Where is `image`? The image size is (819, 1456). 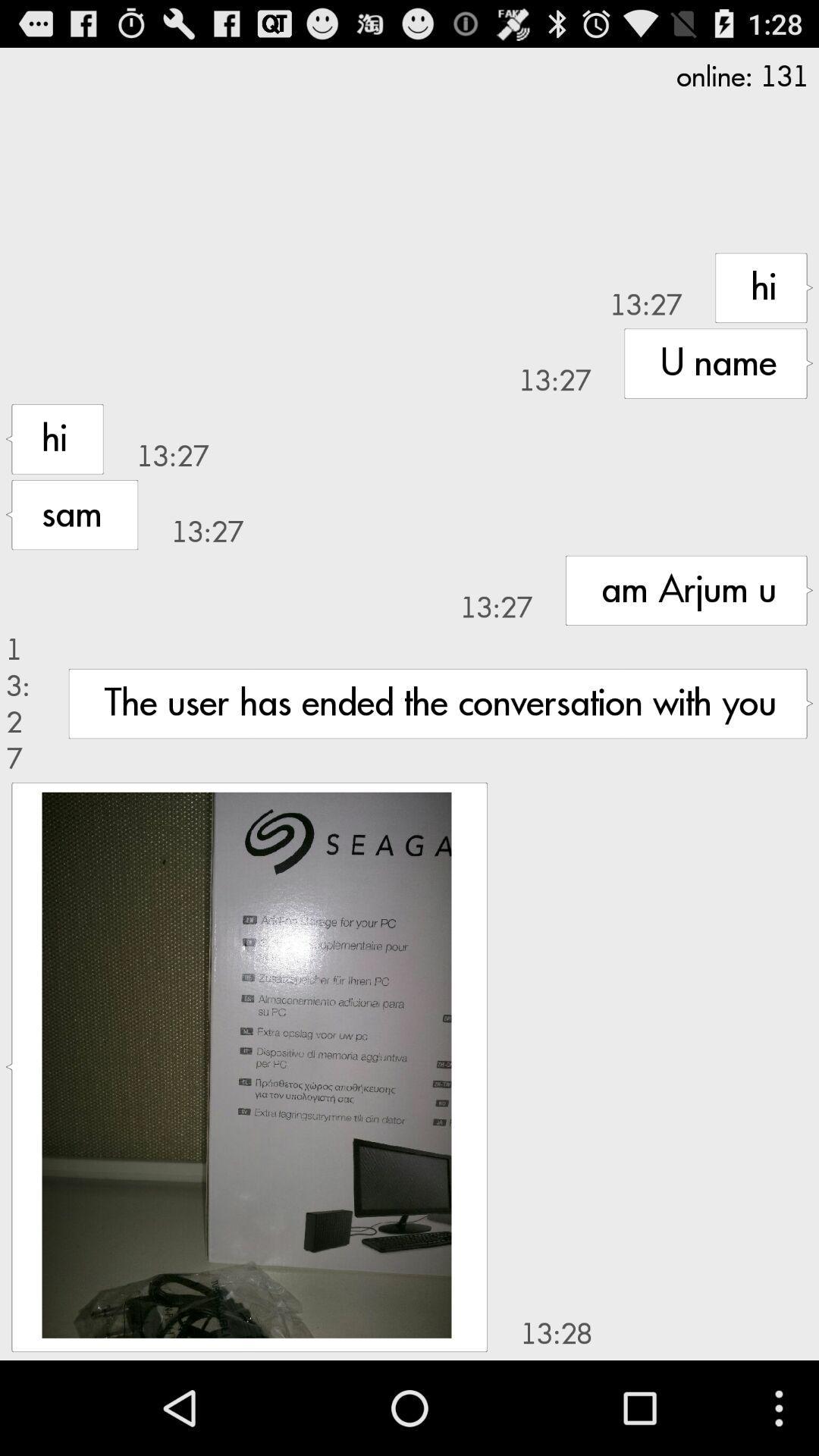 image is located at coordinates (246, 1064).